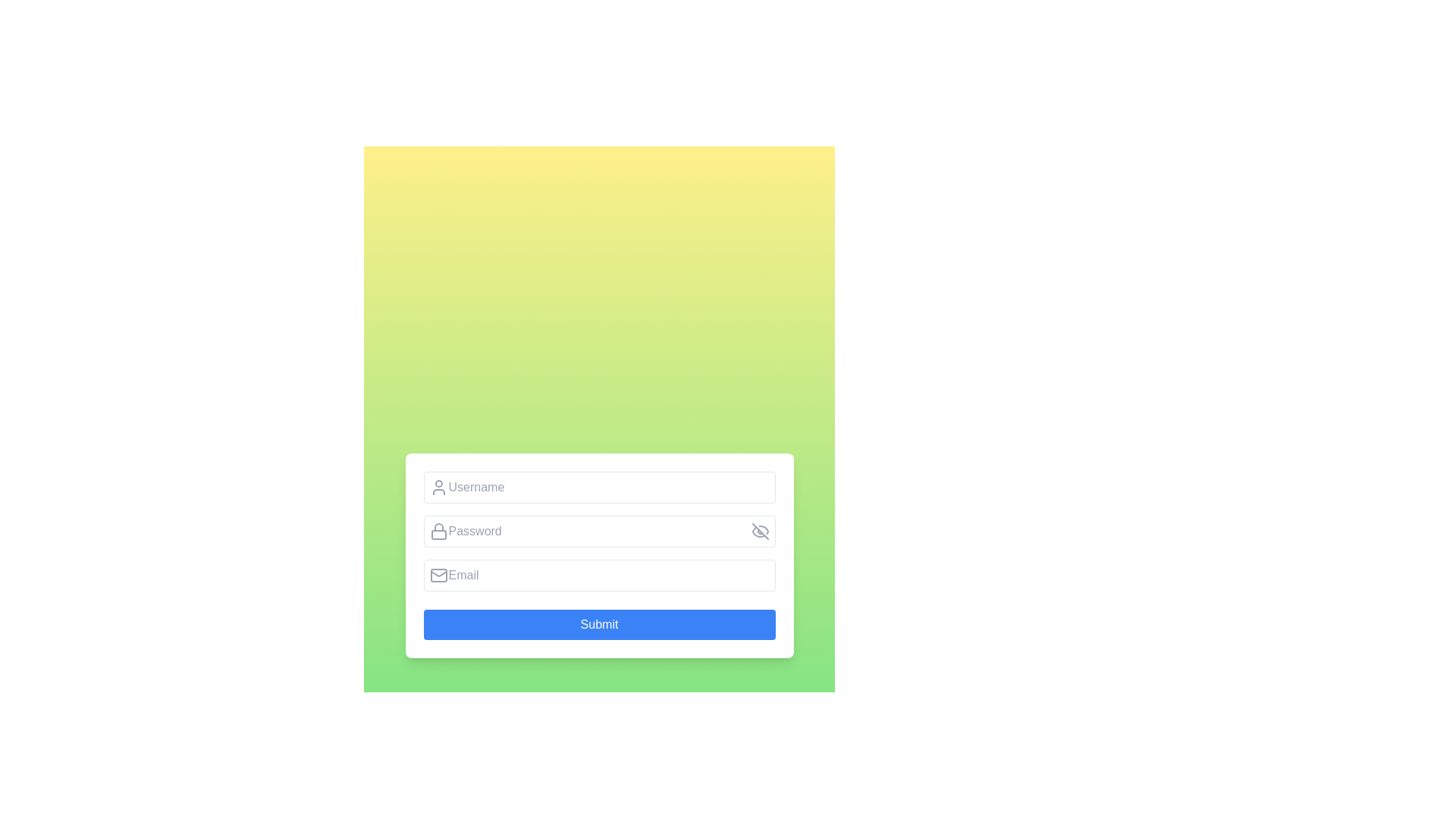 Image resolution: width=1456 pixels, height=819 pixels. Describe the element at coordinates (438, 488) in the screenshot. I see `the user icon, which is a simplistic gray-outlined person icon located to the left of the 'Username' input field` at that location.